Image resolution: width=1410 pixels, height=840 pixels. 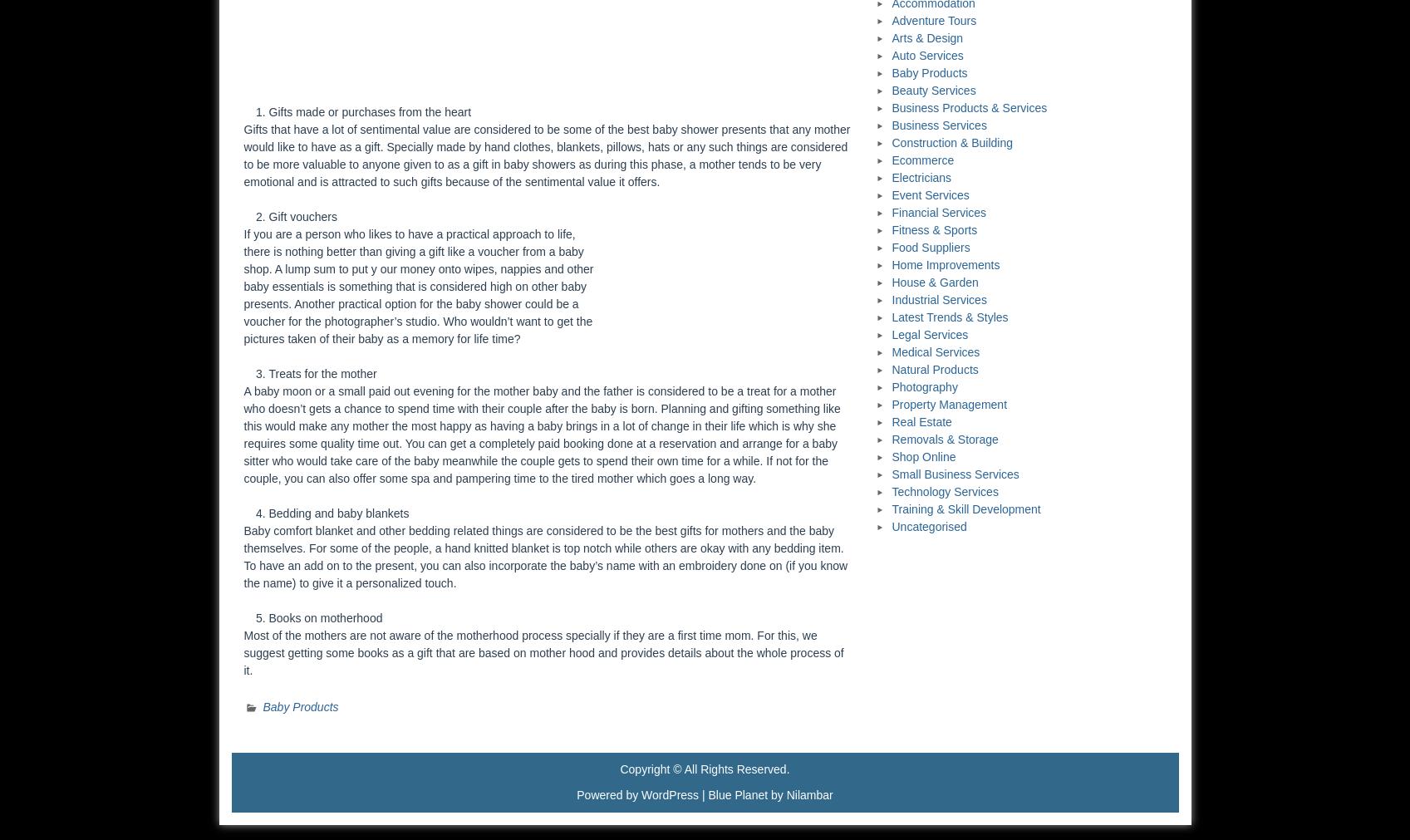 I want to click on 'Photography', so click(x=924, y=385).